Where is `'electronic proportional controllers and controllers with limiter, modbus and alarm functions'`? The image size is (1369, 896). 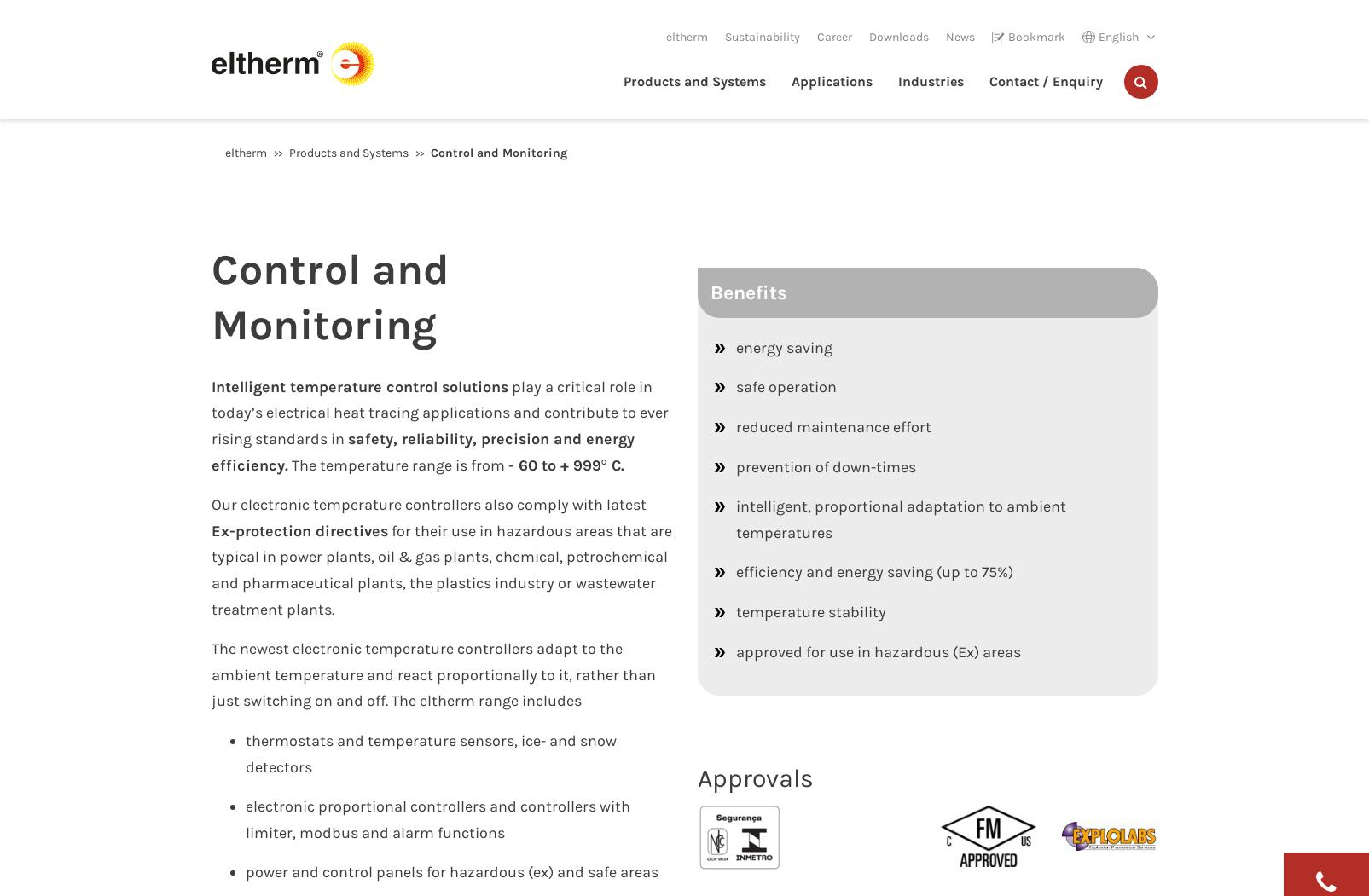
'electronic proportional controllers and controllers with limiter, modbus and alarm functions' is located at coordinates (437, 818).